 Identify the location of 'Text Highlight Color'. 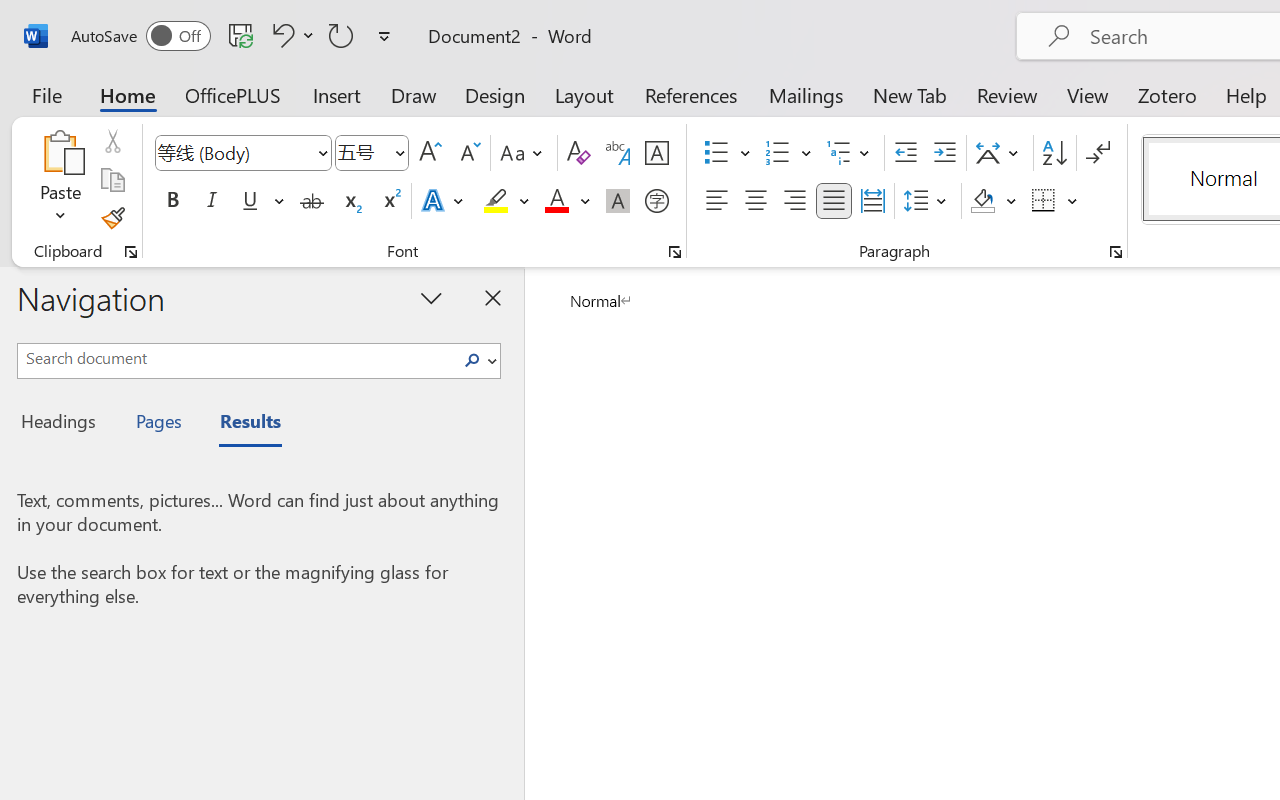
(506, 201).